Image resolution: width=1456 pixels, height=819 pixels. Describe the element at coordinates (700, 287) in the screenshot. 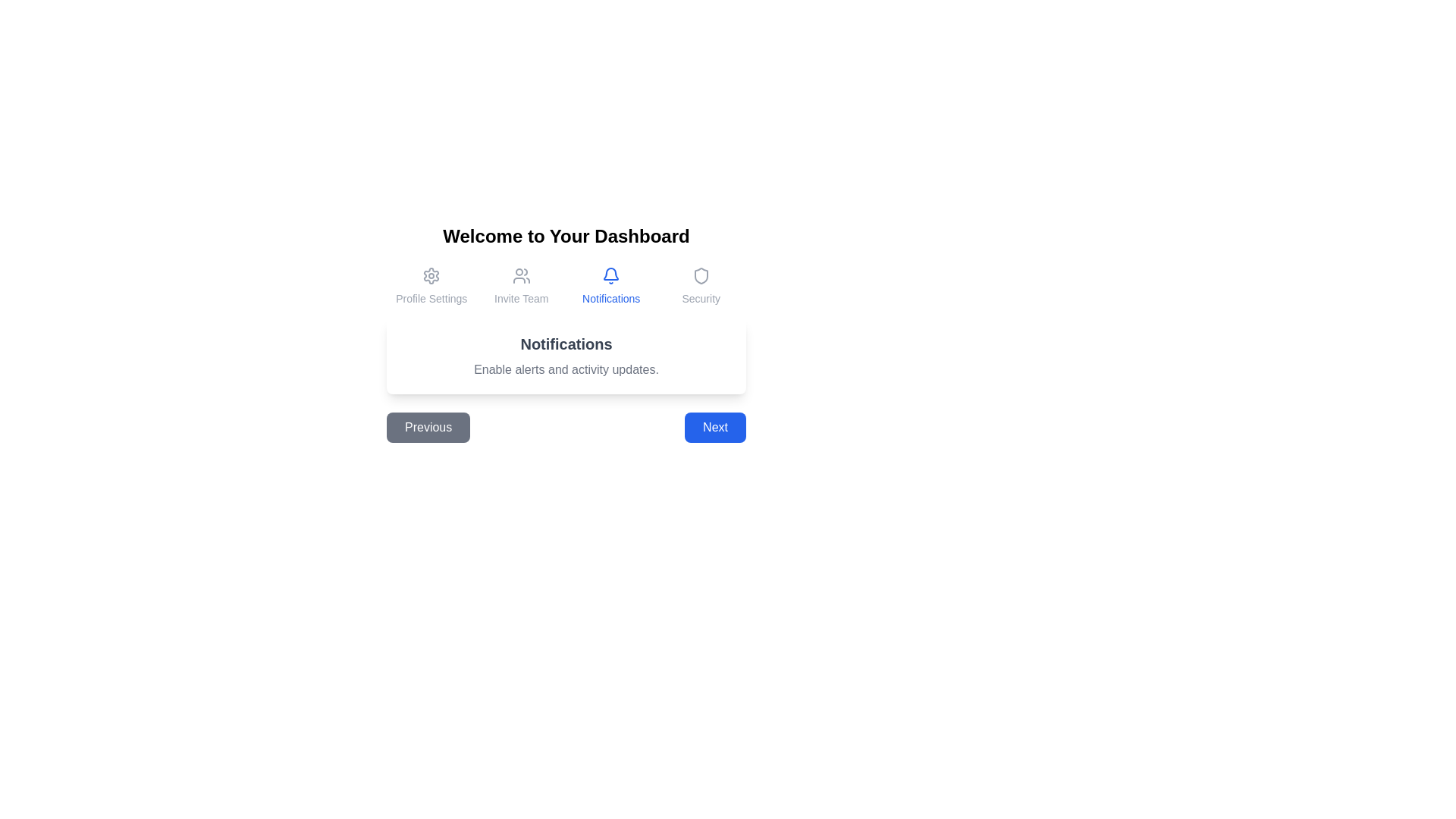

I see `the Text label with an associated icon that accesses security-related settings, located as the fourth item in the horizontal row of sections` at that location.